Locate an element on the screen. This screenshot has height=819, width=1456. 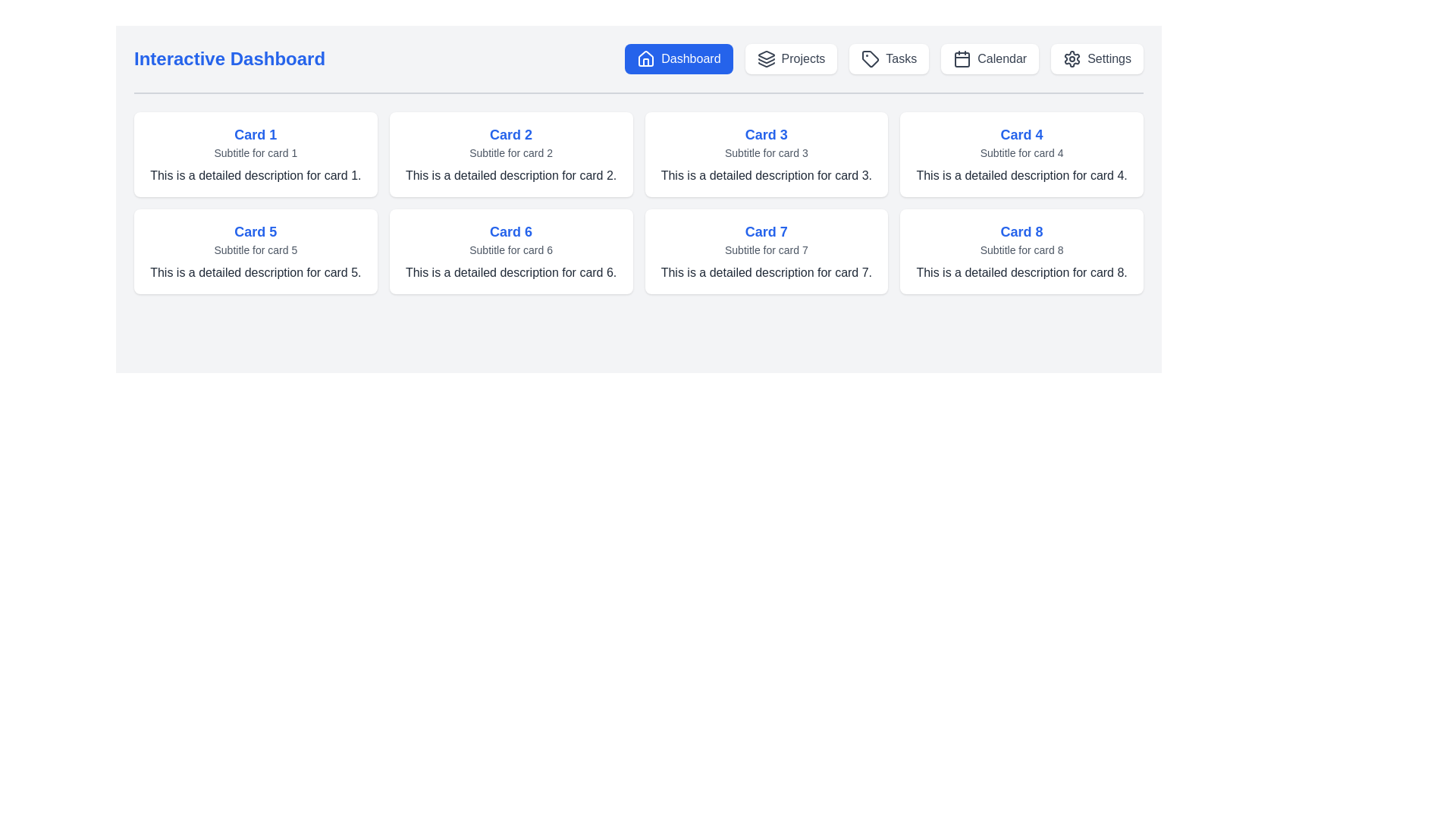
the text label displaying 'Projects' in the navigation bar, which is the second clickable section from the left, following the 'Dashboard' button is located at coordinates (802, 58).